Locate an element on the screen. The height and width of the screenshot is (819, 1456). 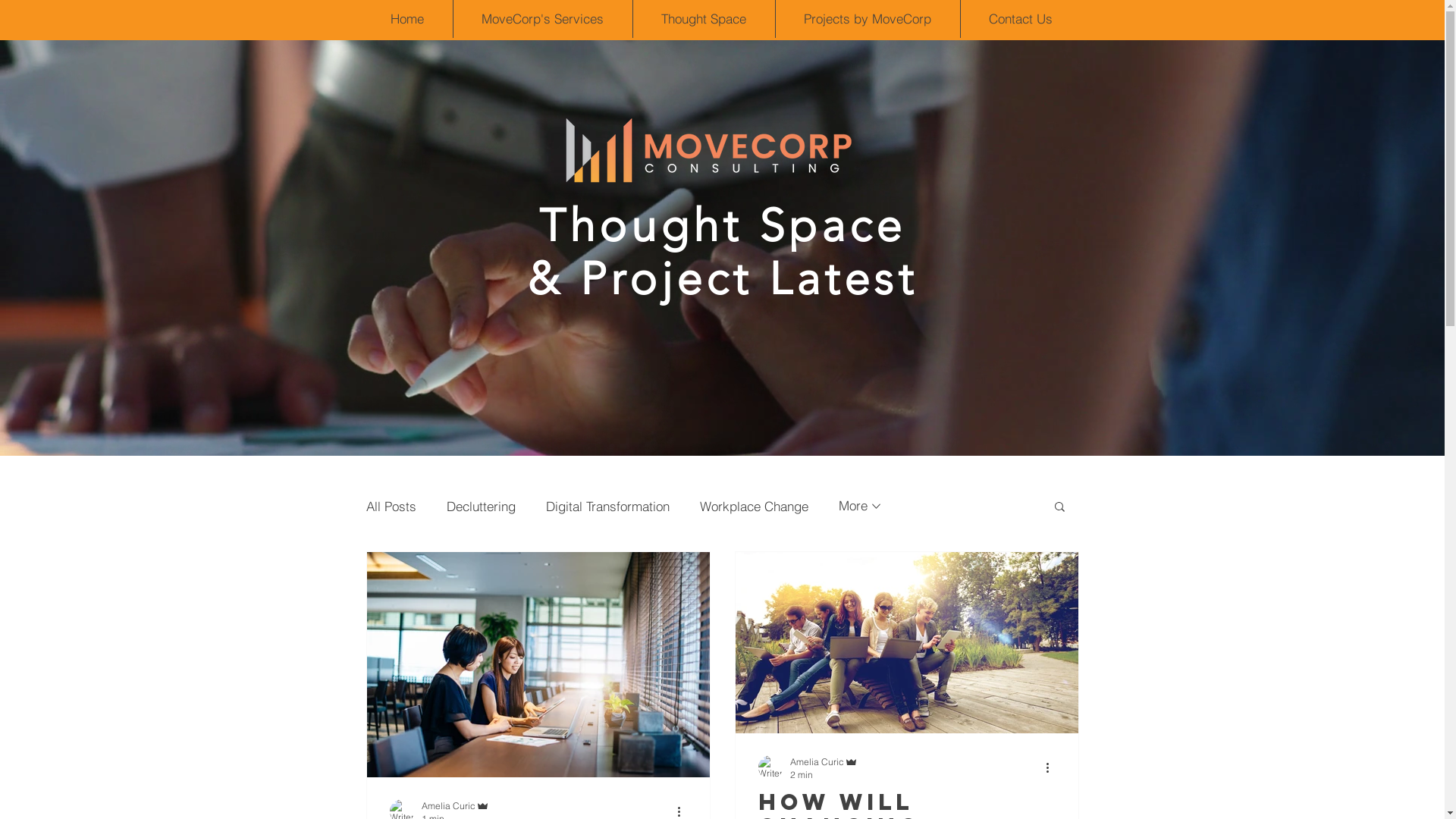
'Decluttering' is located at coordinates (479, 505).